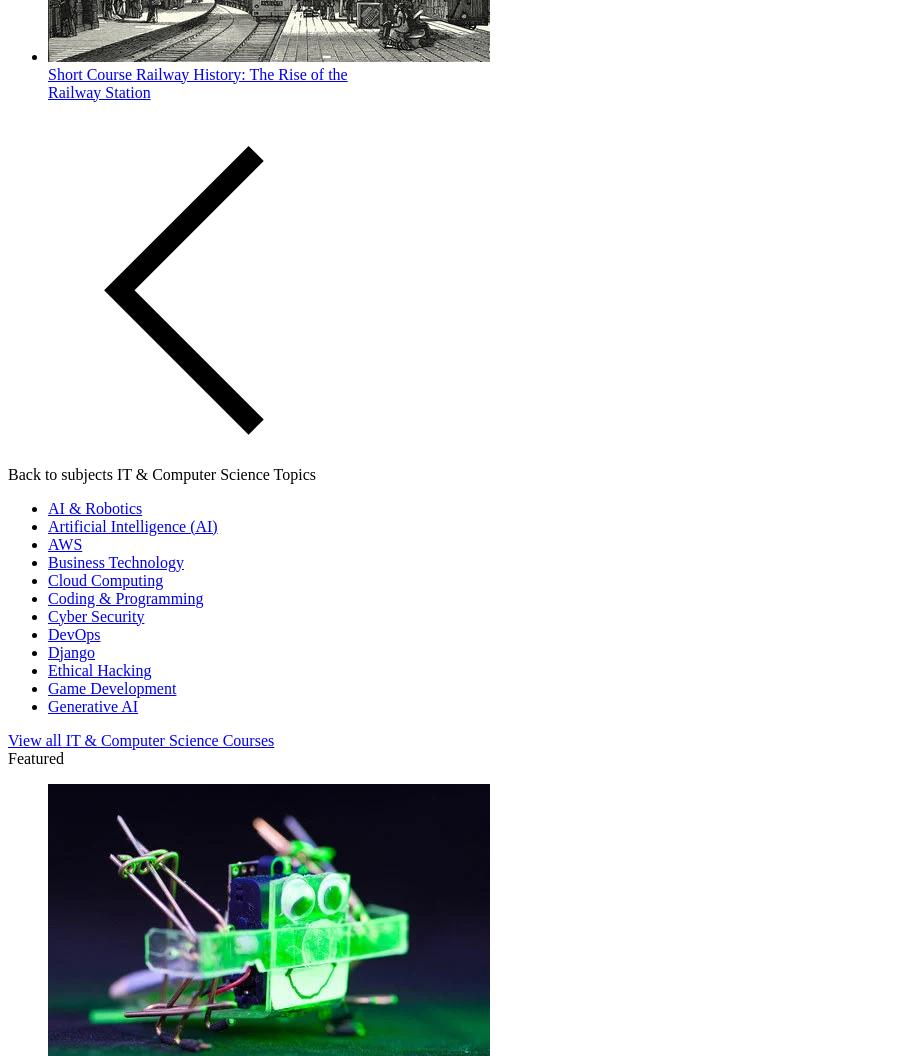  Describe the element at coordinates (98, 669) in the screenshot. I see `'Ethical Hacking'` at that location.